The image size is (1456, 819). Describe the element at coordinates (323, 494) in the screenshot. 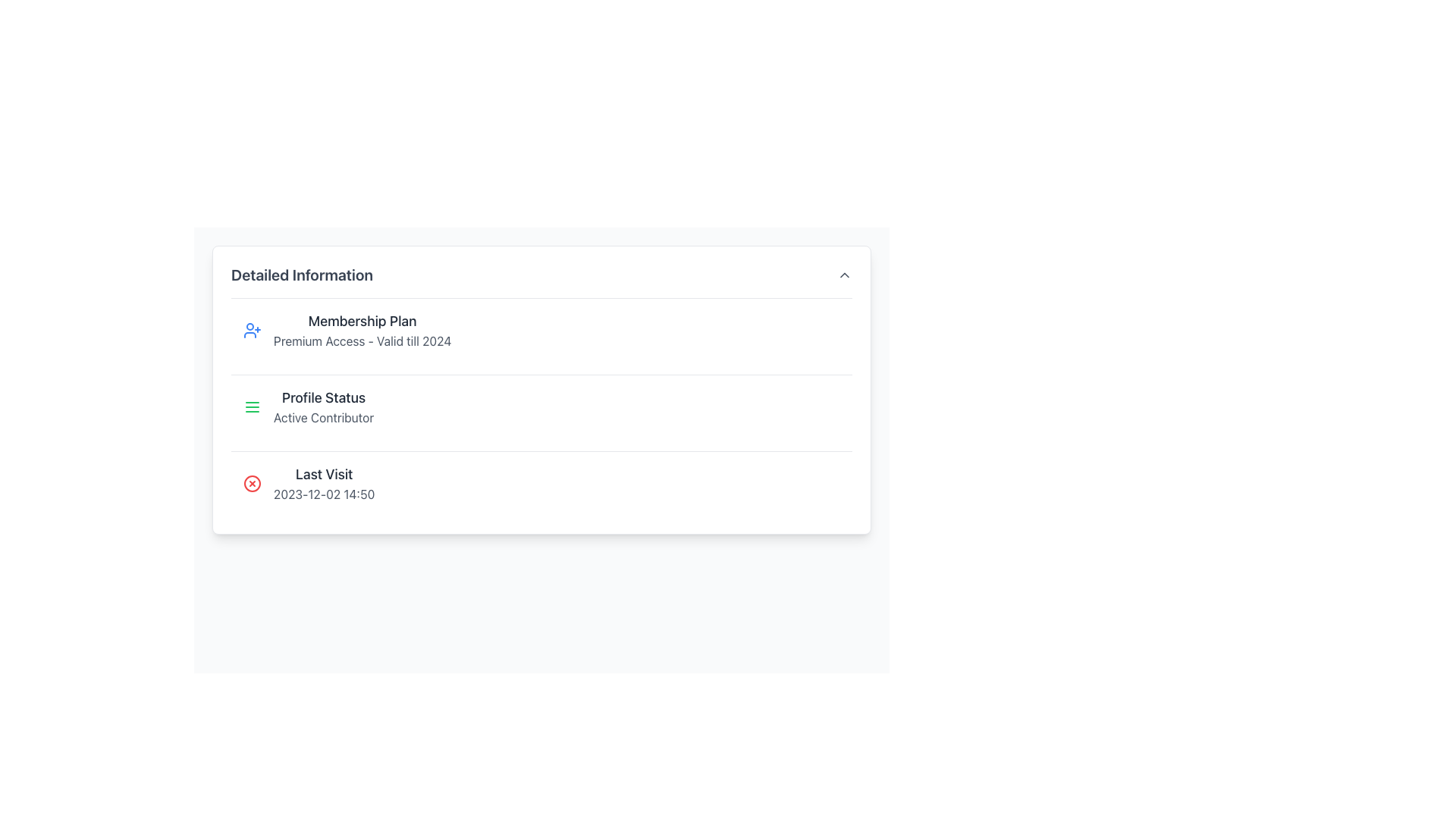

I see `the text label displaying '2023-12-02 14:50' in the 'Detailed Information' section, which is aligned to the right of the 'Last Visit' label` at that location.